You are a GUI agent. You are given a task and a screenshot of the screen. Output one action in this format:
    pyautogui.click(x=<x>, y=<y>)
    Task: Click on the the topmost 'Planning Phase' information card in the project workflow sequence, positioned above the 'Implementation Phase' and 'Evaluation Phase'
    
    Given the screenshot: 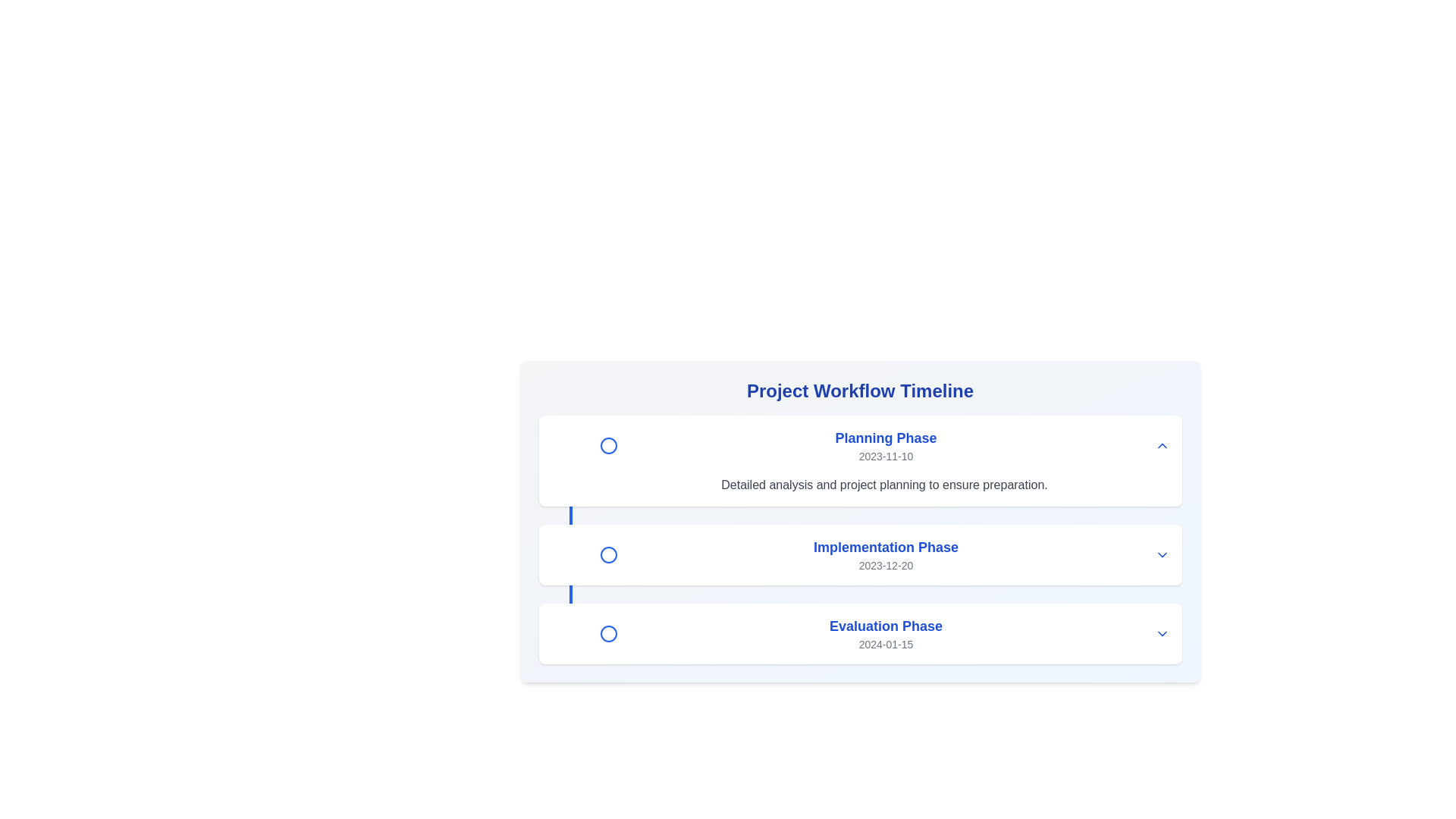 What is the action you would take?
    pyautogui.click(x=860, y=460)
    